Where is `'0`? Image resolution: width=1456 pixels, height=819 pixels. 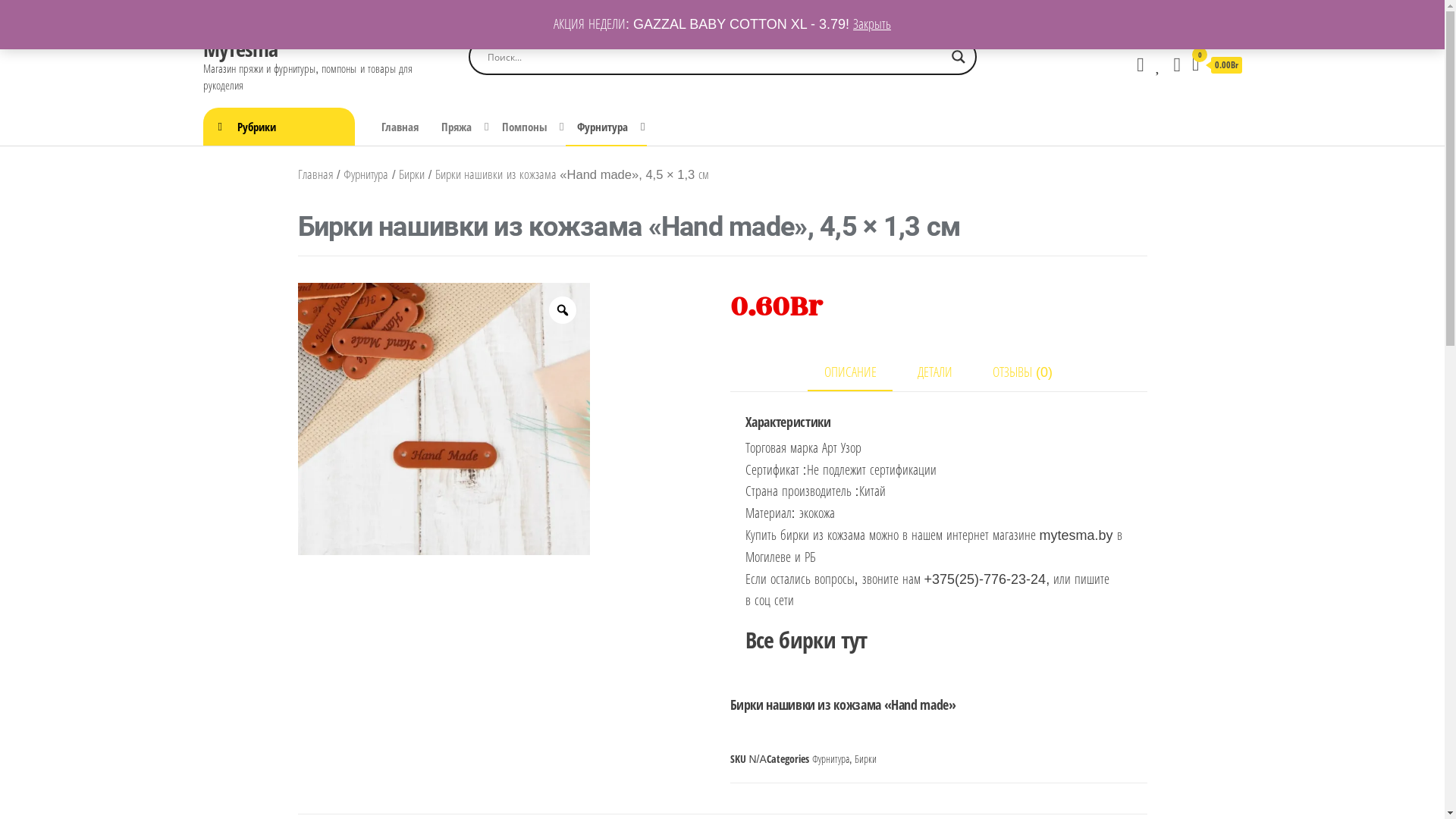 '0 is located at coordinates (1216, 65).